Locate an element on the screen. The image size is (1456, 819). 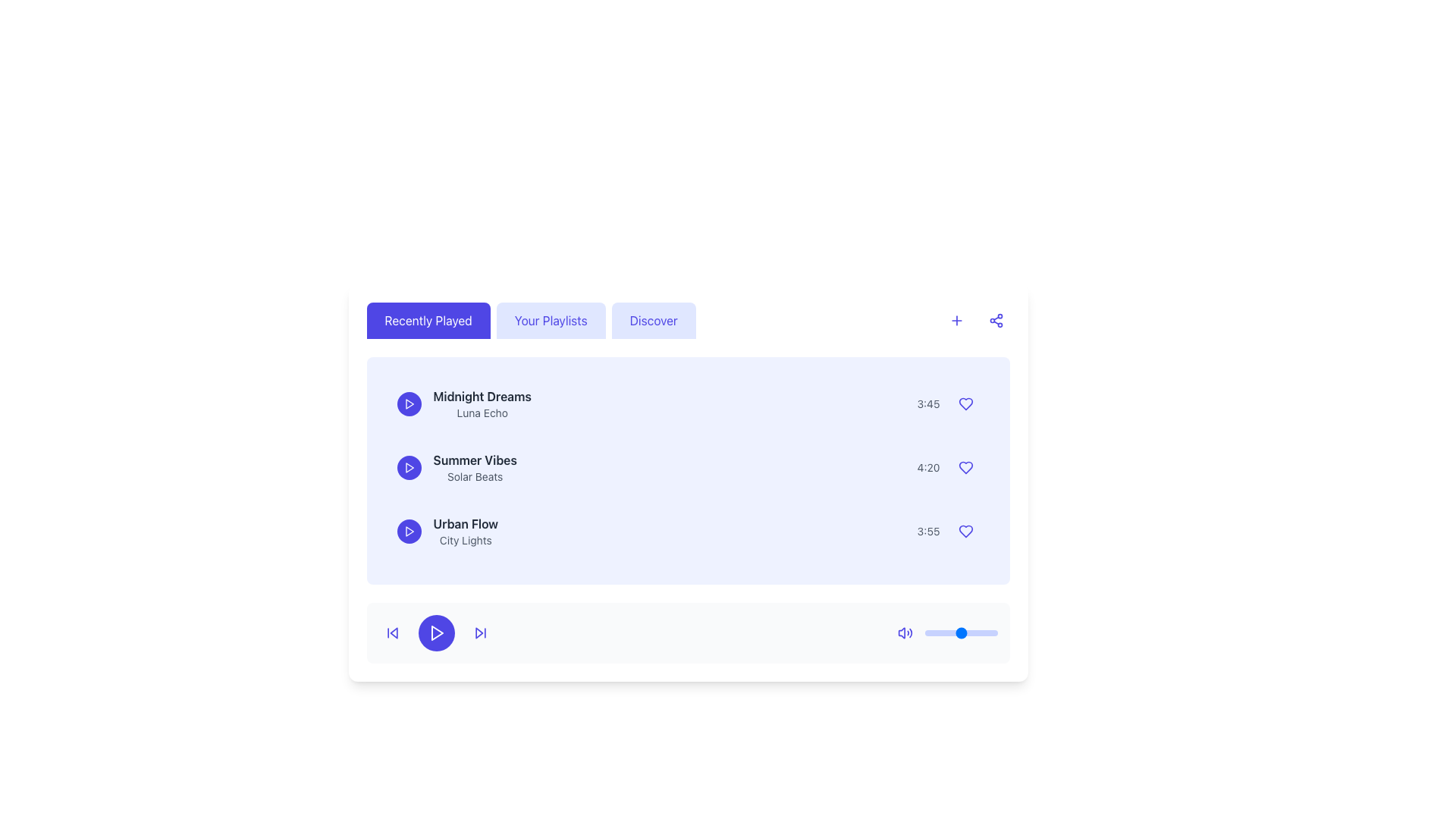
the slider is located at coordinates (941, 632).